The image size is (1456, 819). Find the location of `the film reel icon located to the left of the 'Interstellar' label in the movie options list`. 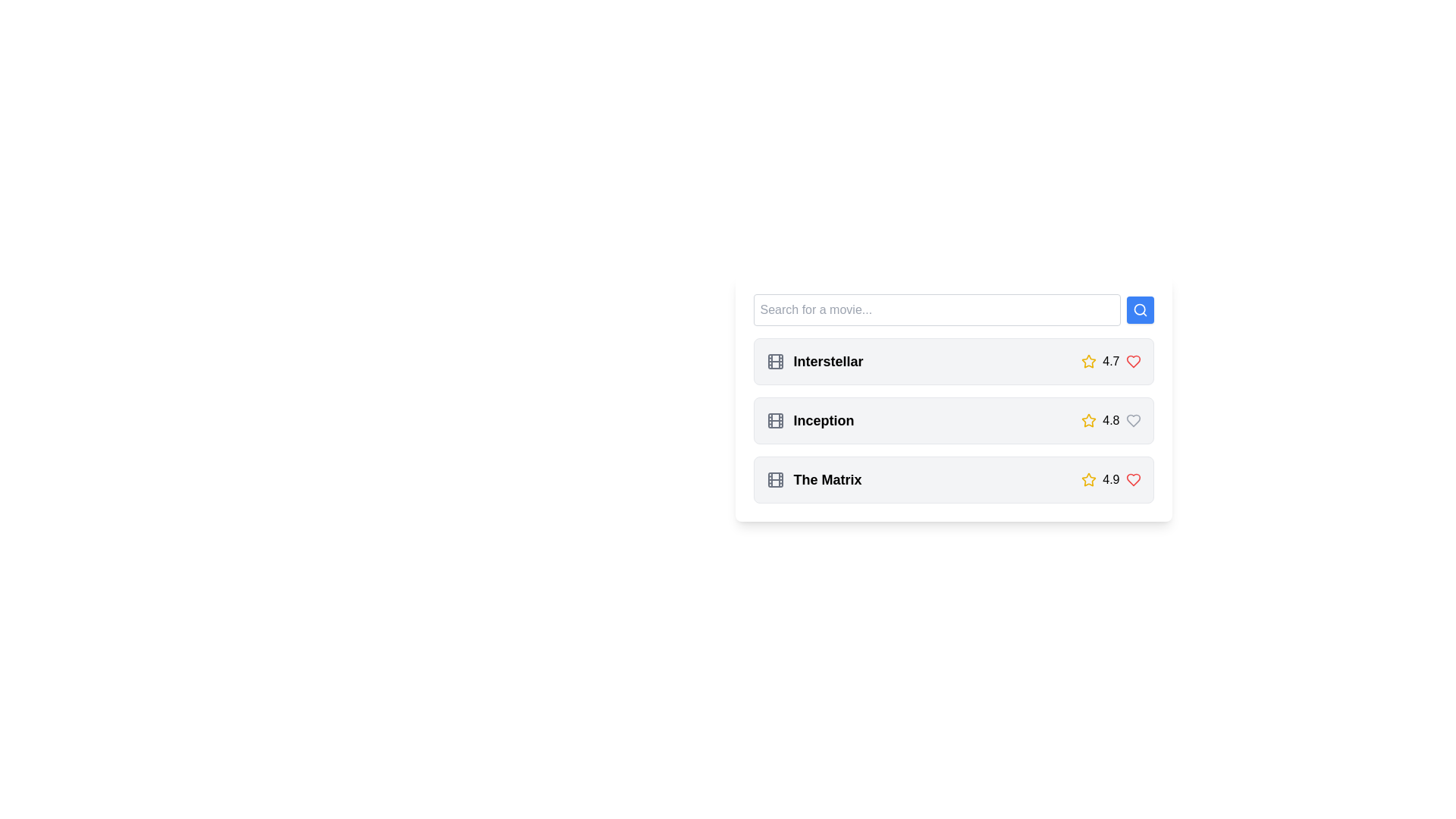

the film reel icon located to the left of the 'Interstellar' label in the movie options list is located at coordinates (775, 362).